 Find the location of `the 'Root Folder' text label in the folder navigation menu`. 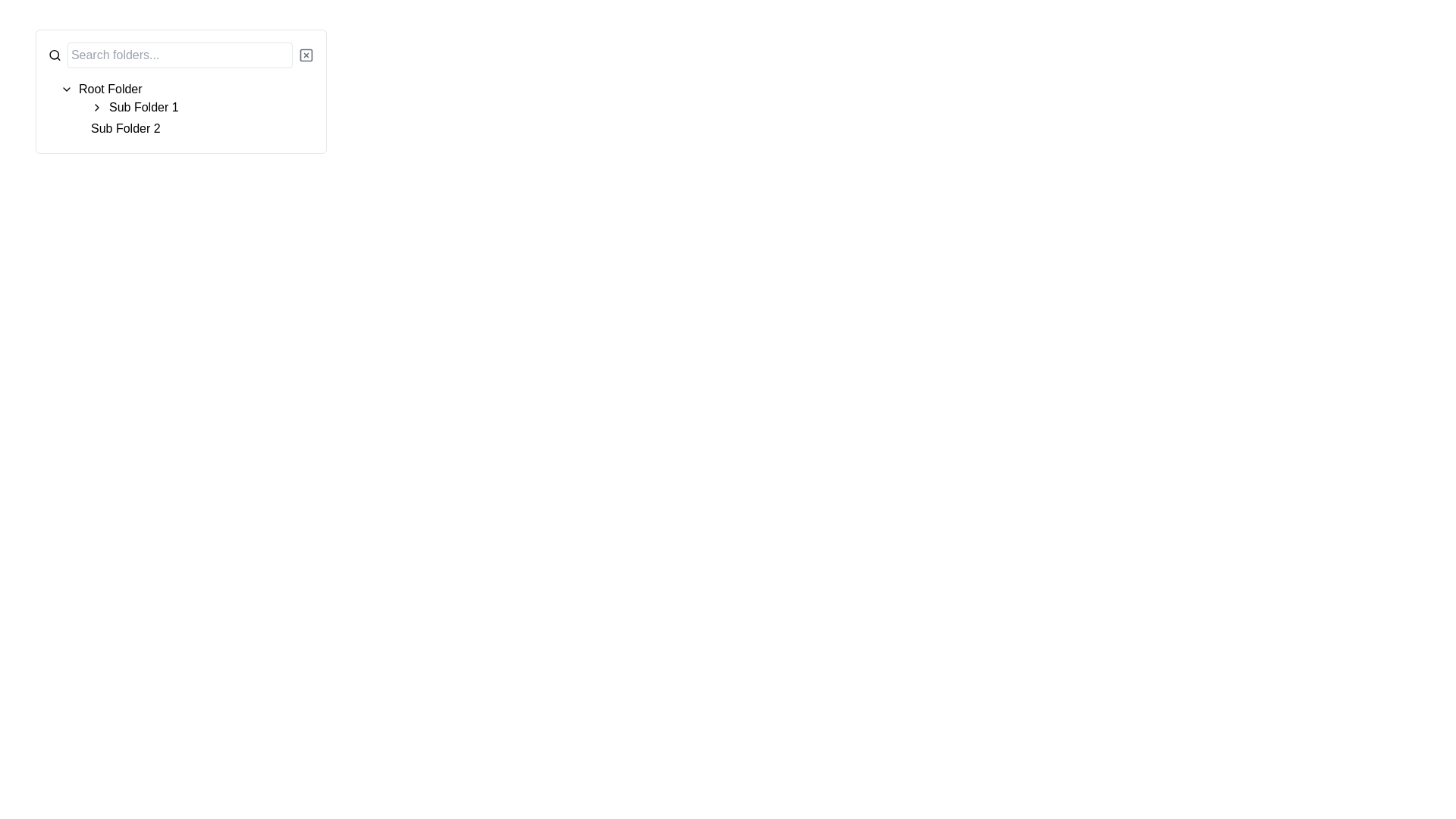

the 'Root Folder' text label in the folder navigation menu is located at coordinates (109, 89).